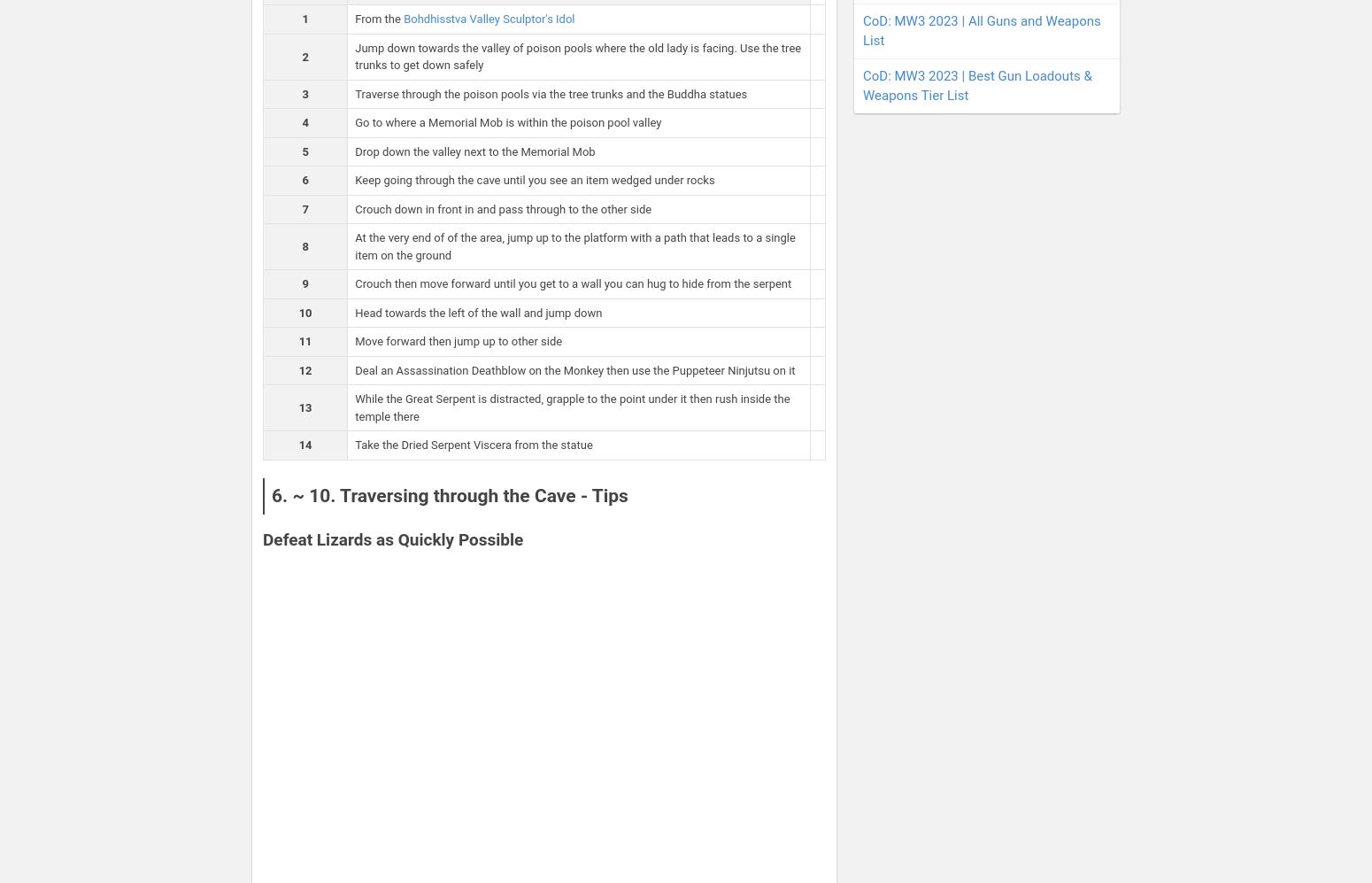 The image size is (1372, 883). I want to click on 'Keep going through the cave until you see an item wedged under rocks', so click(535, 180).